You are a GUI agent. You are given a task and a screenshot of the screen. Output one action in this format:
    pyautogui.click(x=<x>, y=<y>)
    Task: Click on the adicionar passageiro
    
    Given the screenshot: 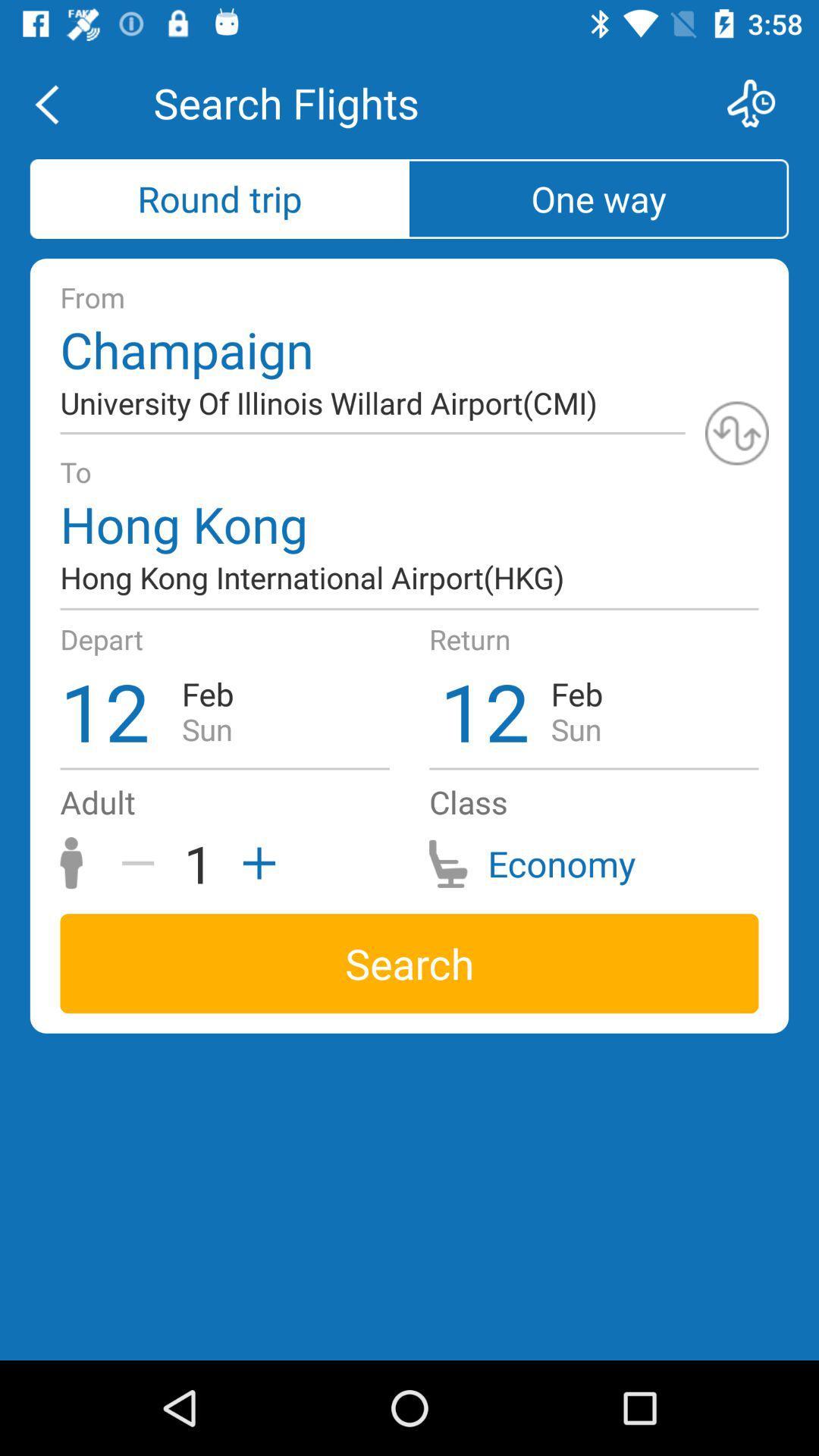 What is the action you would take?
    pyautogui.click(x=253, y=863)
    